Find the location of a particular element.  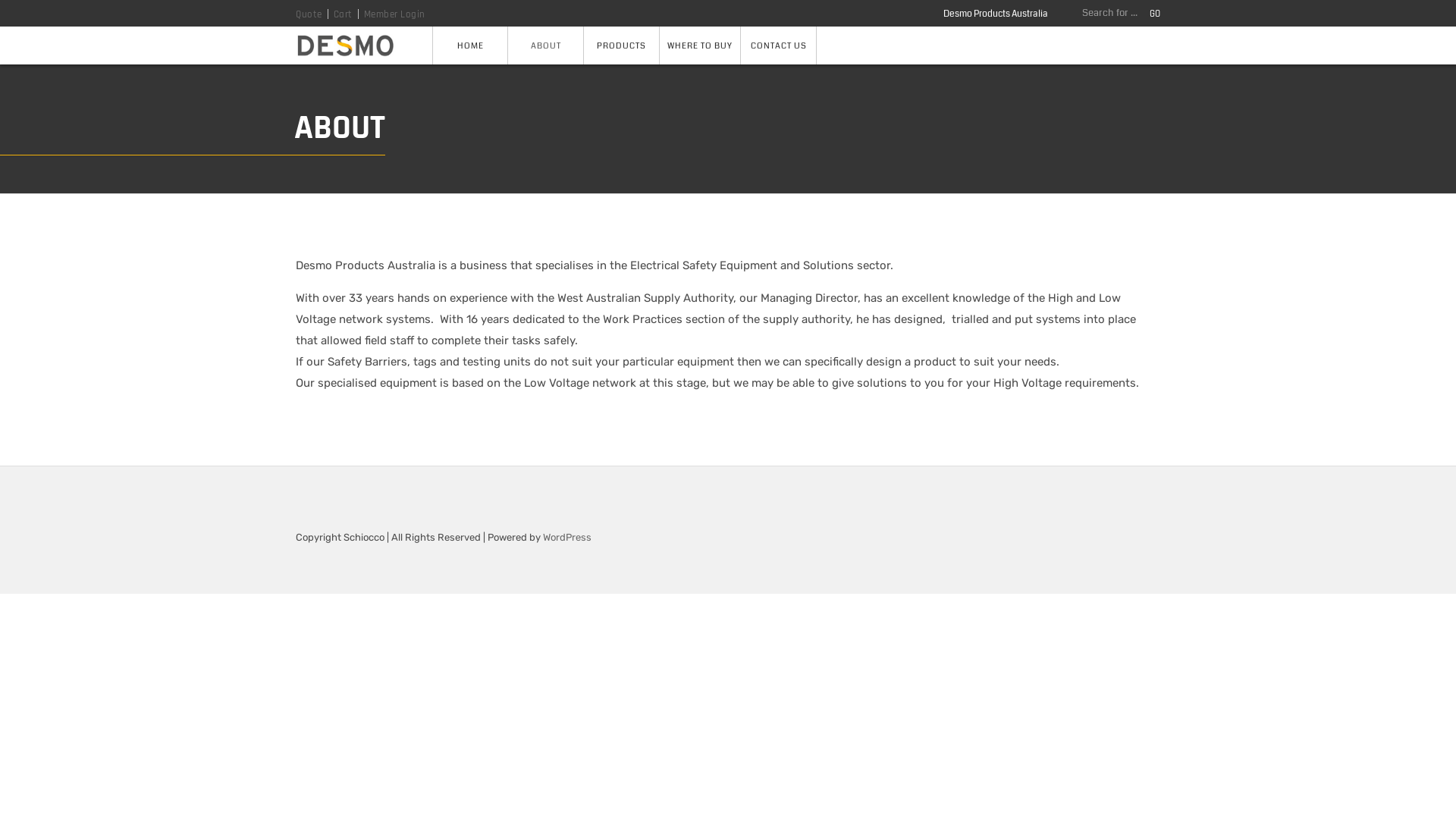

'PRODUCTS' is located at coordinates (582, 45).